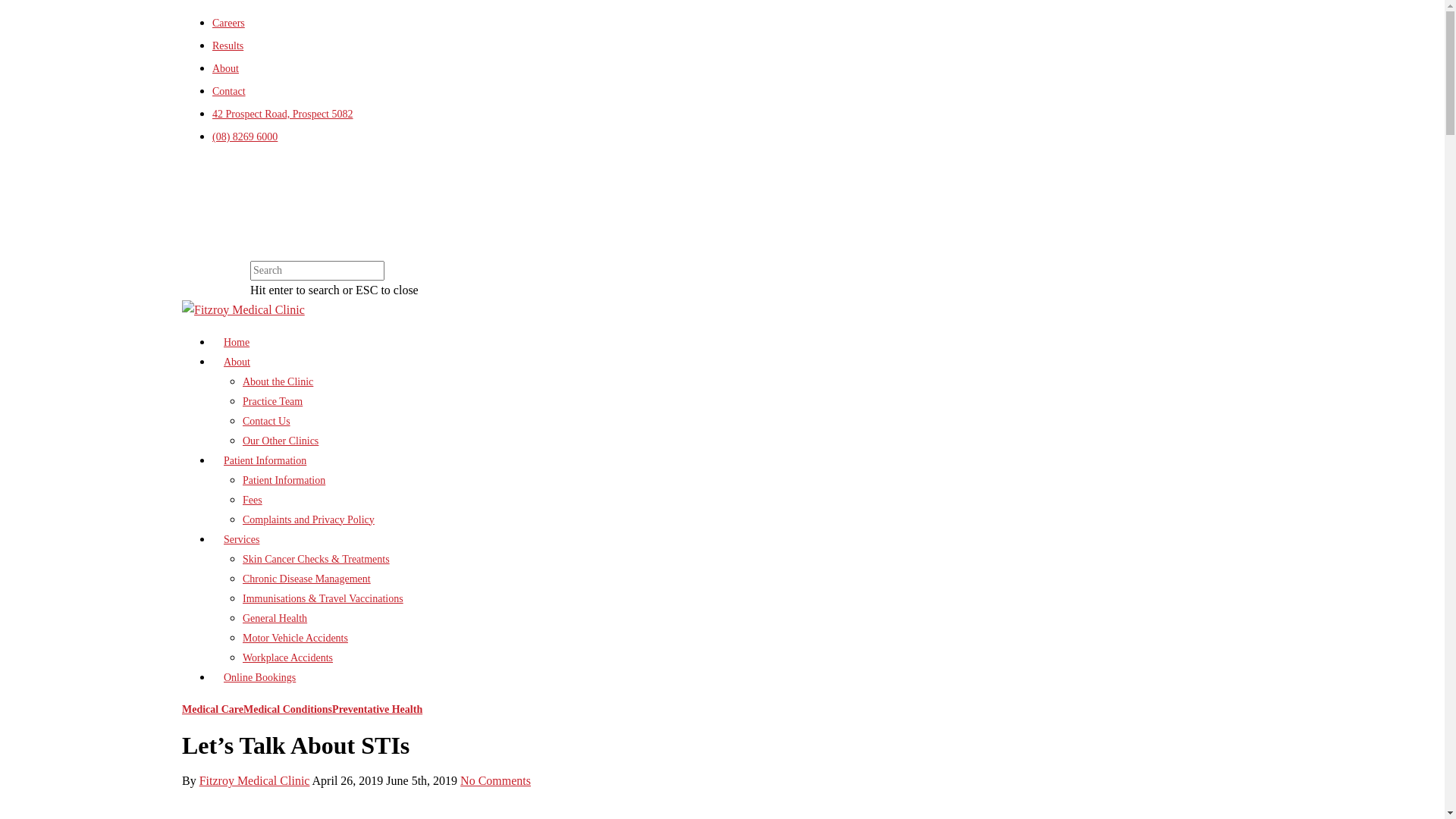 The width and height of the screenshot is (1456, 819). Describe the element at coordinates (280, 441) in the screenshot. I see `'Our Other Clinics'` at that location.